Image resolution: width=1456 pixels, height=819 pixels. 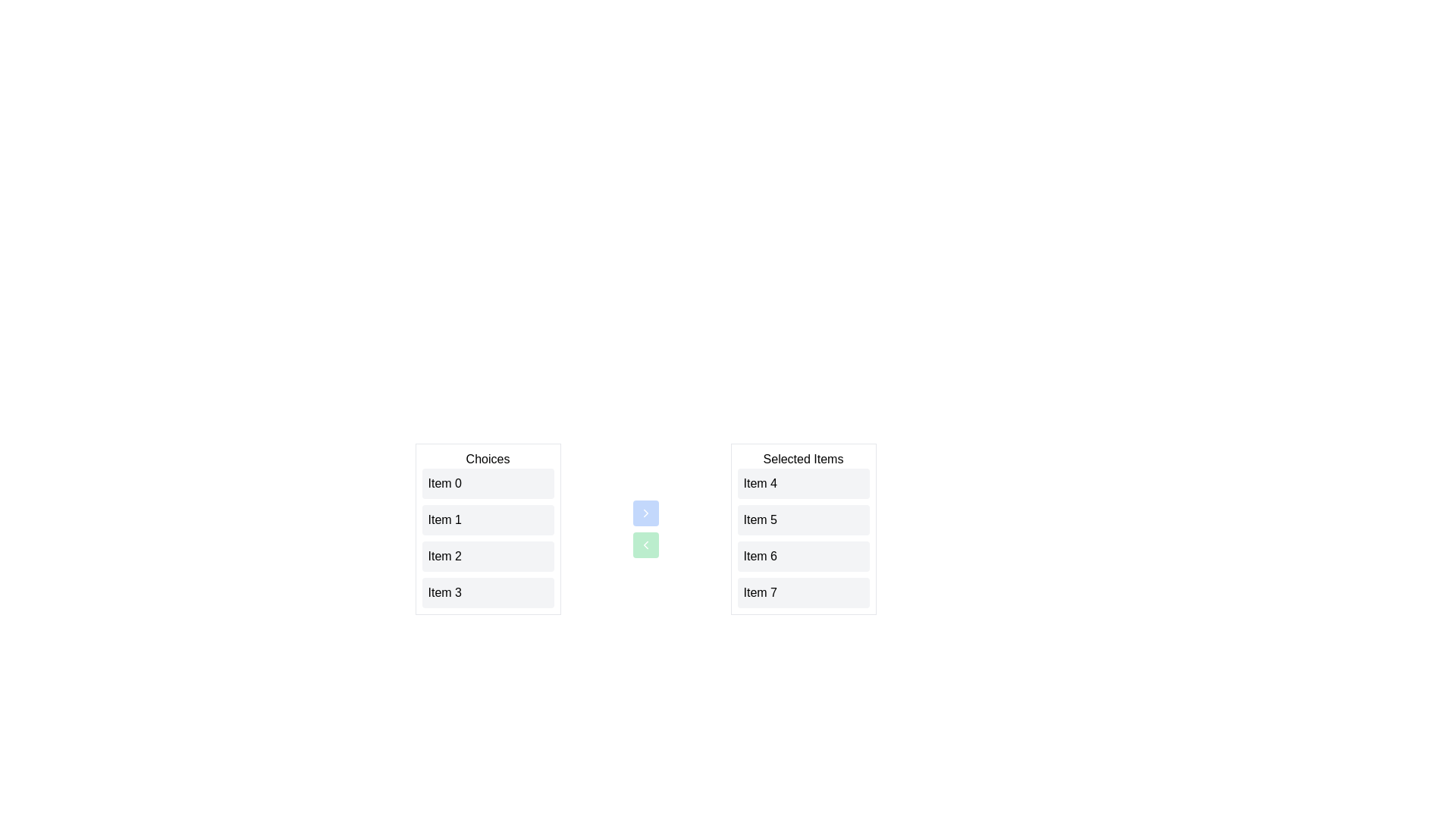 I want to click on the Text Label that identifies 'Item 6' in the 'Selected Items' list located on the right panel of the interface, so click(x=760, y=556).